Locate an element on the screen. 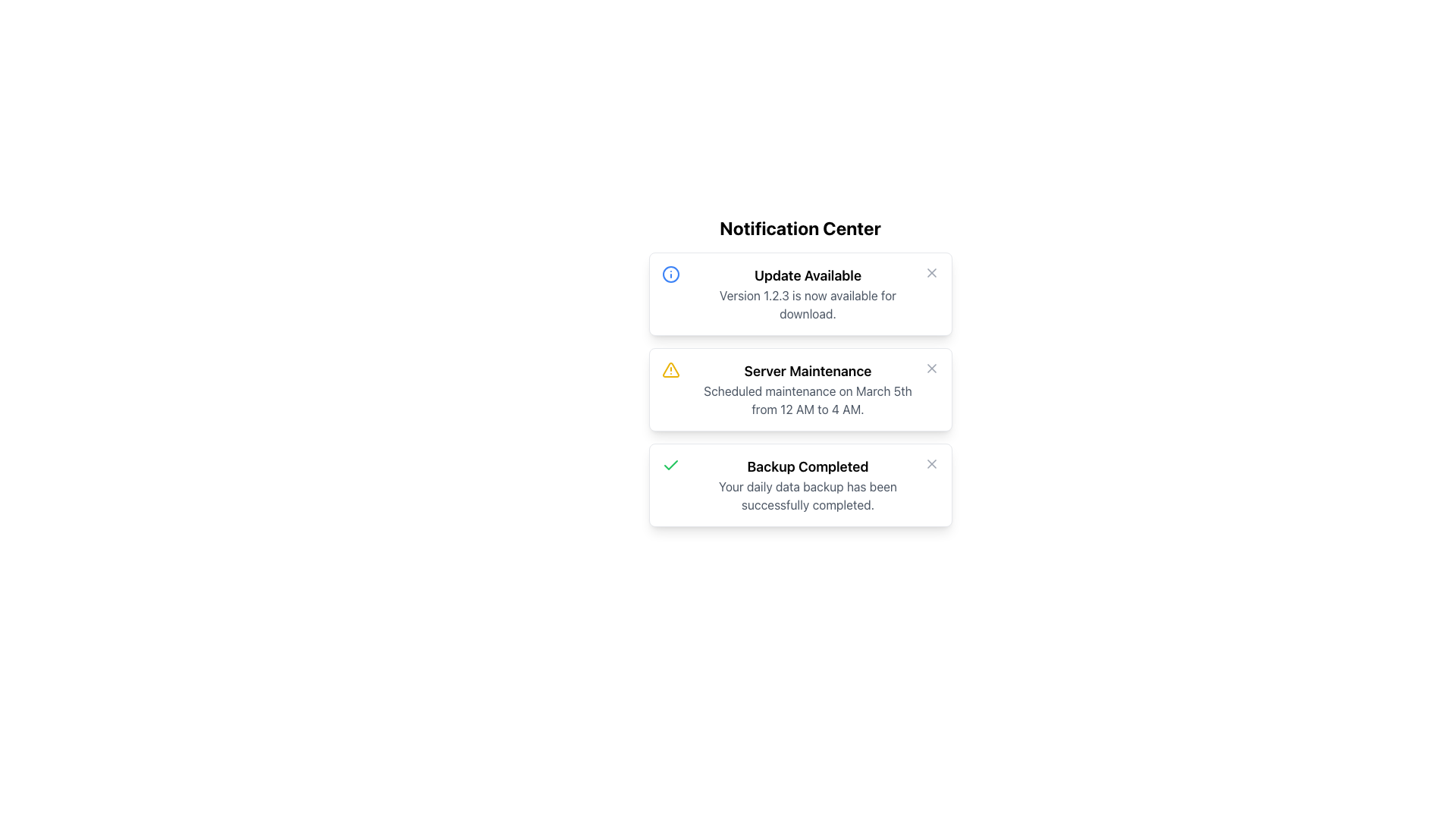 The width and height of the screenshot is (1456, 819). the small gray 'X' close button located at the top-right corner of the 'Update Available' notification card to observe the style change is located at coordinates (930, 271).